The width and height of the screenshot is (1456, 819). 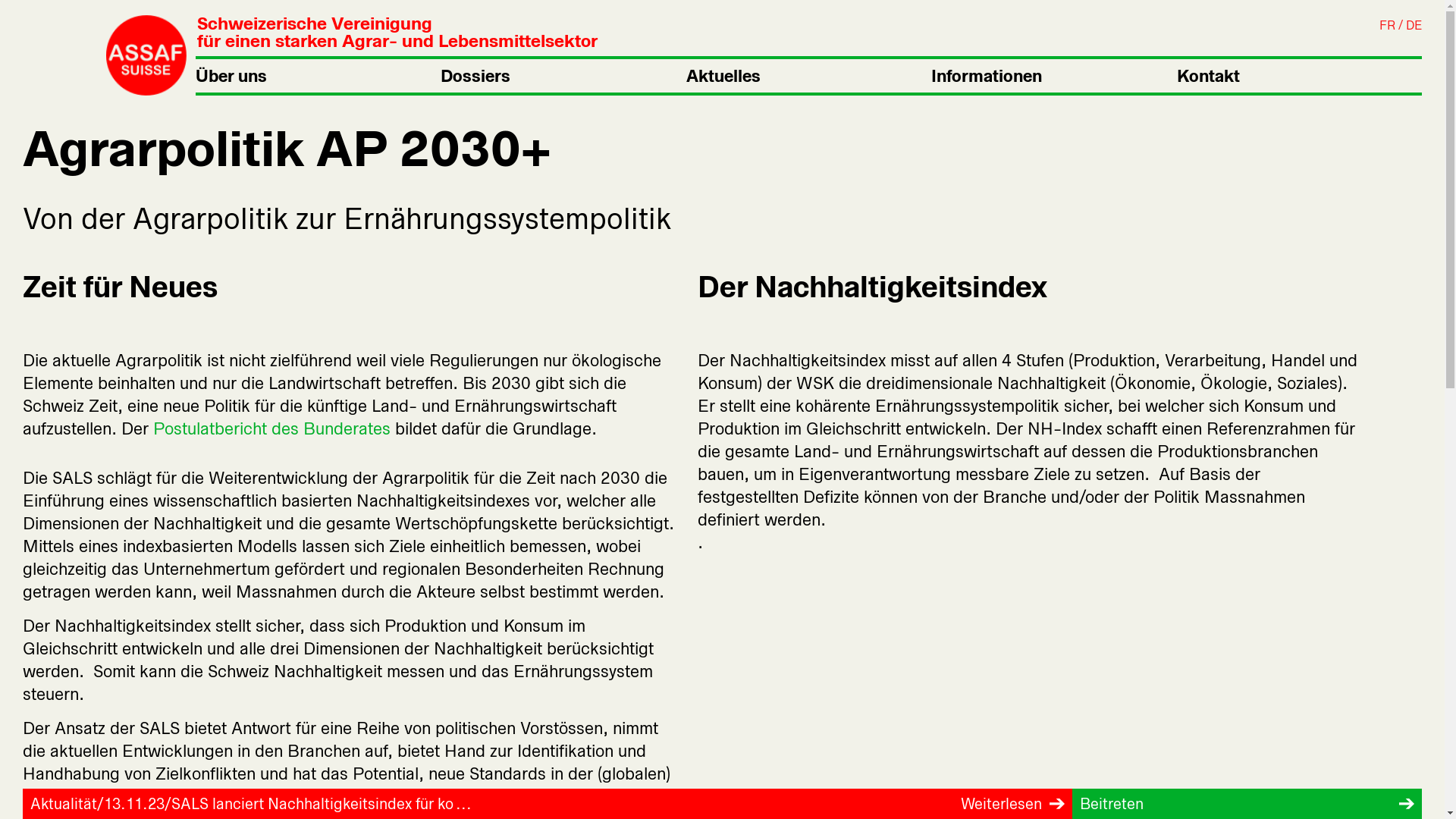 What do you see at coordinates (686, 76) in the screenshot?
I see `'Aktuelles'` at bounding box center [686, 76].